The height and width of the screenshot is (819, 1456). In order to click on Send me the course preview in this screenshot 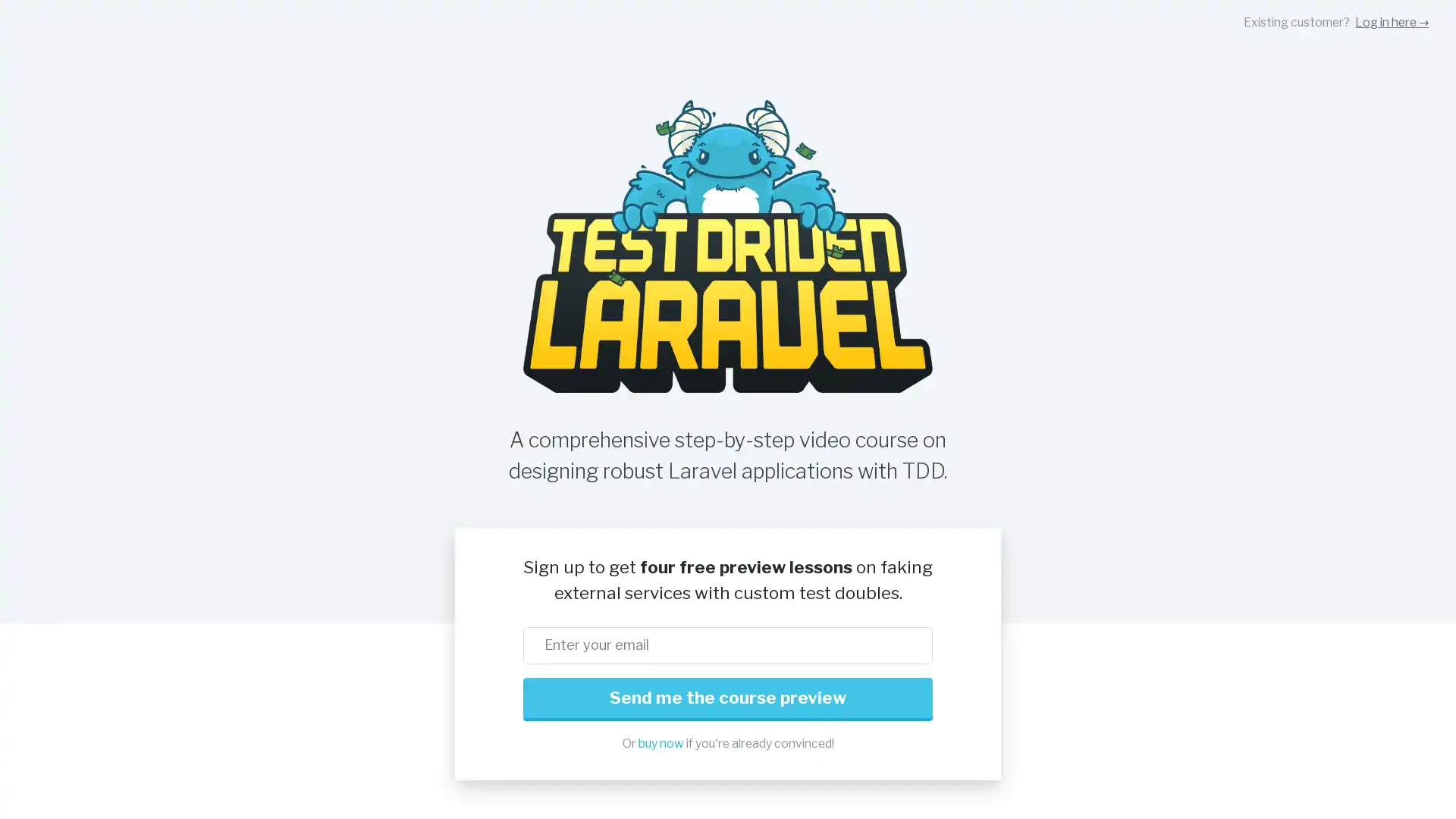, I will do `click(728, 699)`.